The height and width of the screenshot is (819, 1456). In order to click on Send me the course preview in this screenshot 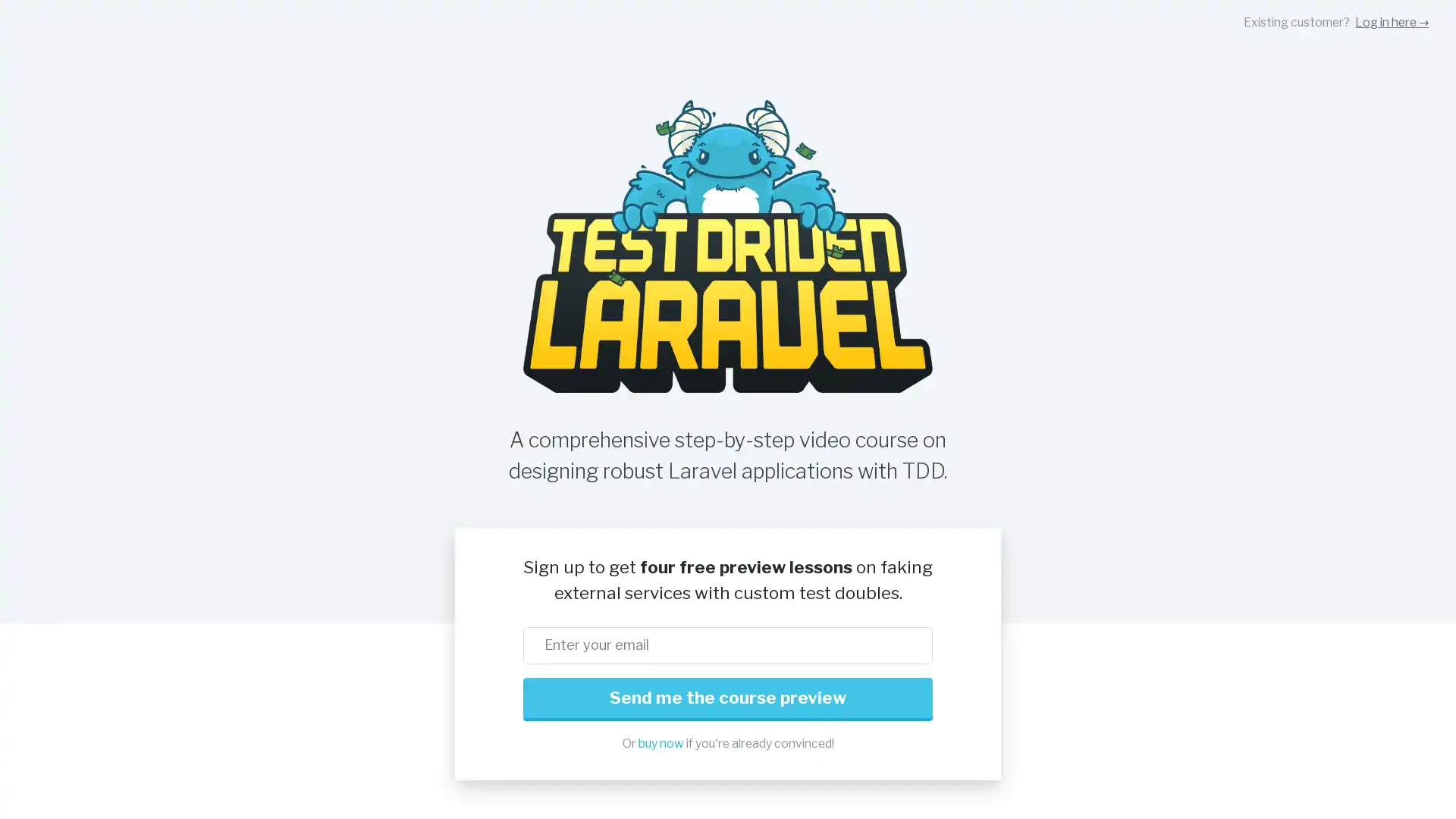, I will do `click(728, 699)`.